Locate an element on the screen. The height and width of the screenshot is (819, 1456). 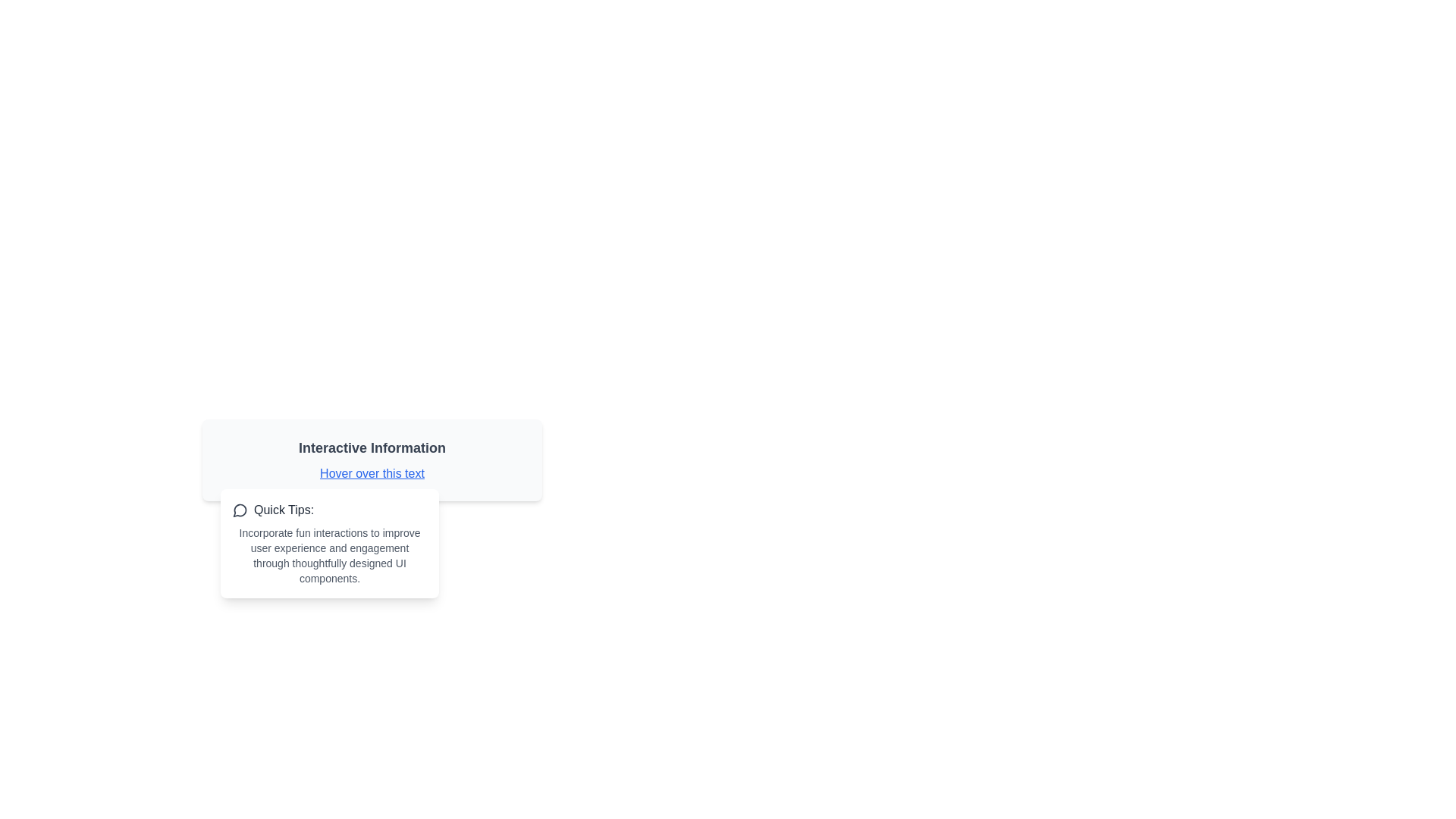
the text link located below the 'Interactive Information' header, which may display additional information or perform an action if it is clickable is located at coordinates (372, 472).